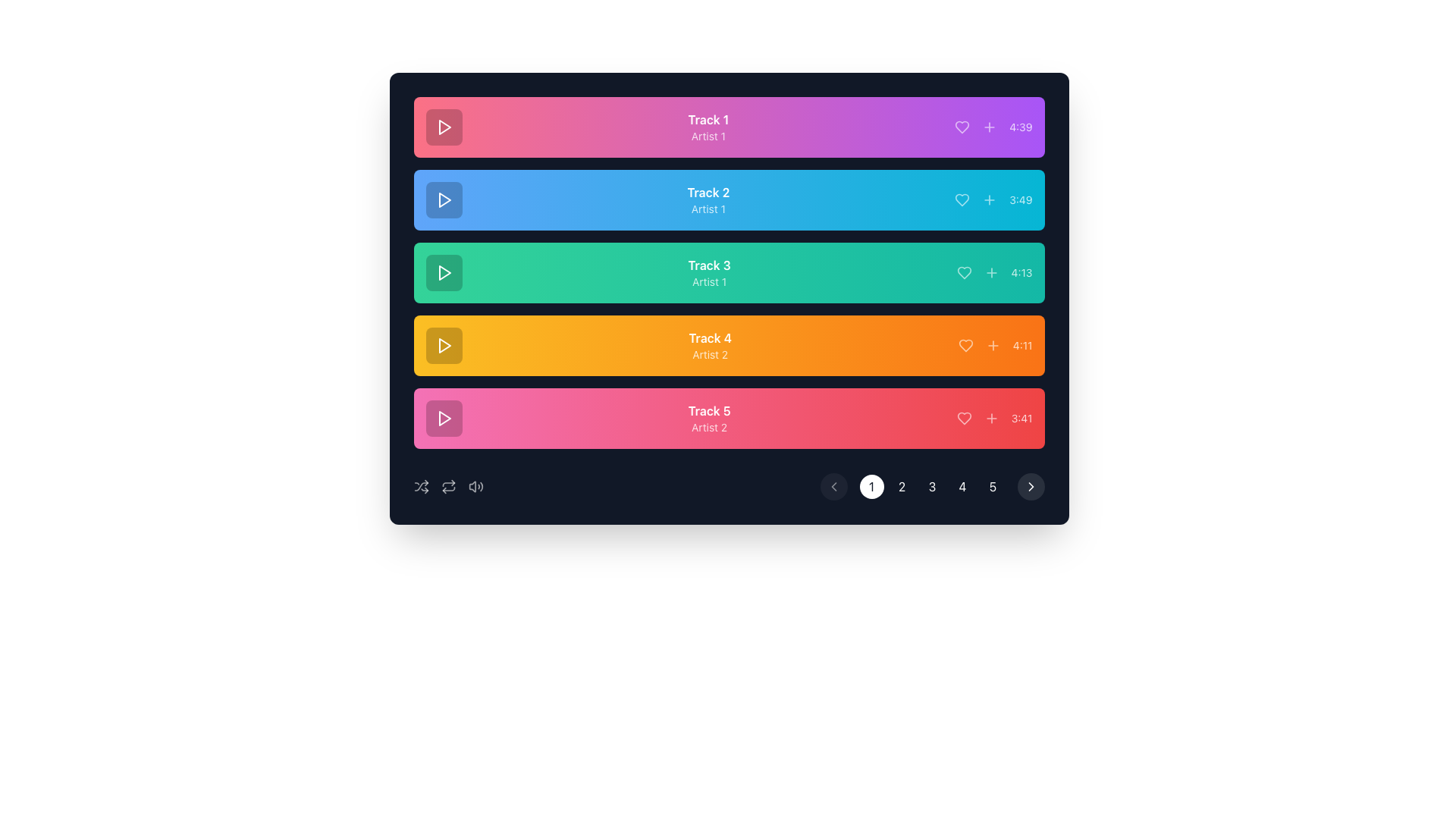 The image size is (1456, 819). What do you see at coordinates (833, 486) in the screenshot?
I see `the 'chevron-left' icon button on the pagination control bar to go to the previous page` at bounding box center [833, 486].